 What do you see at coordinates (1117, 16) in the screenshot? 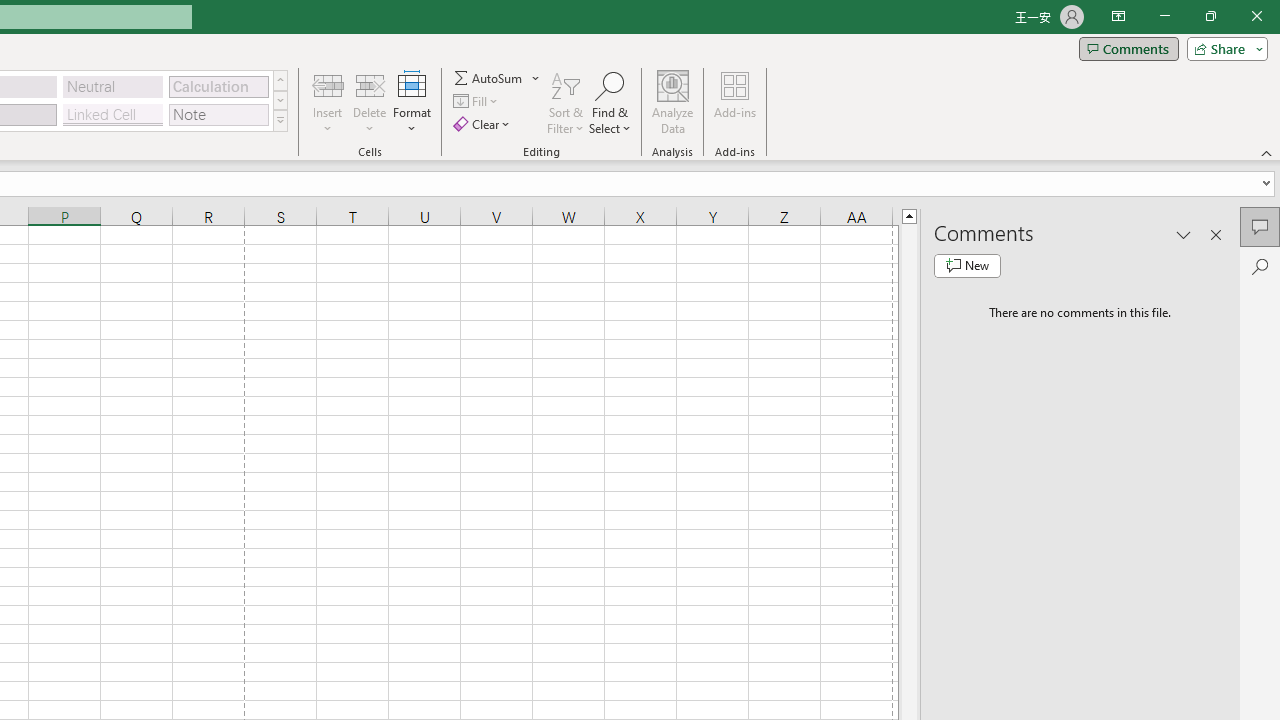
I see `'Ribbon Display Options'` at bounding box center [1117, 16].